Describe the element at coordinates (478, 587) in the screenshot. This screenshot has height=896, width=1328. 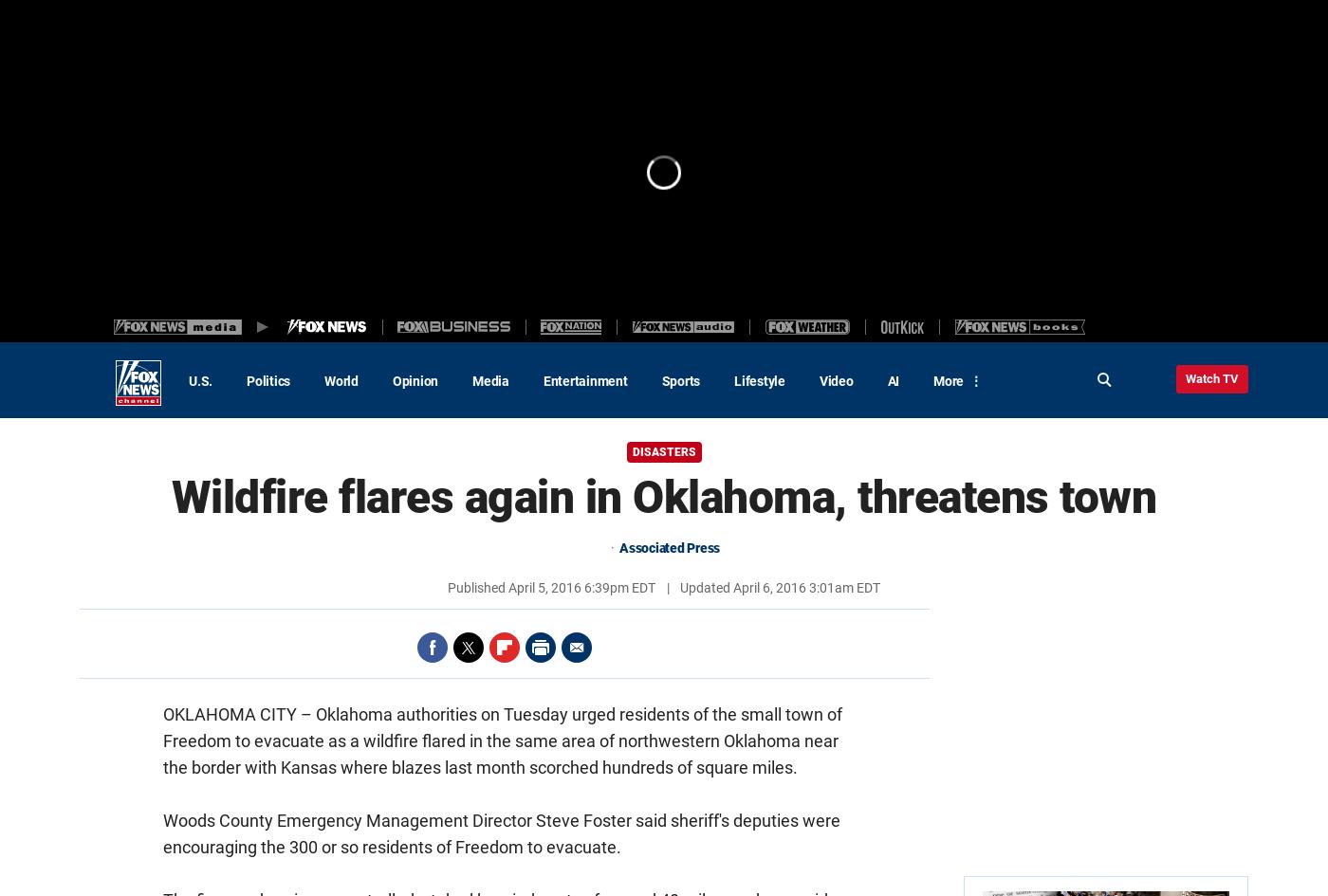
I see `'Published'` at that location.